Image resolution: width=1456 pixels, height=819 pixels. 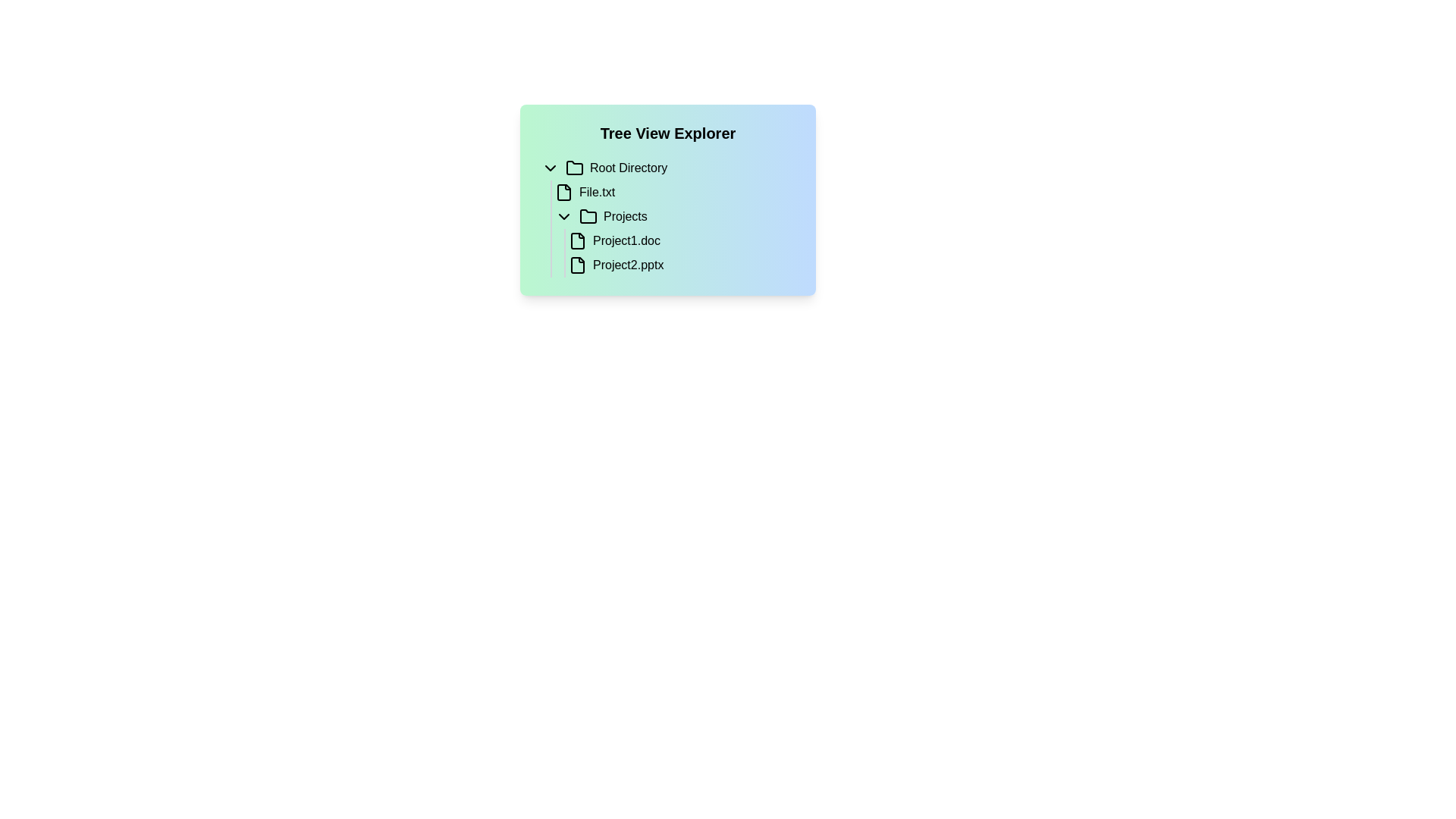 What do you see at coordinates (628, 265) in the screenshot?
I see `the text label 'Project2.pptx' in the tree view` at bounding box center [628, 265].